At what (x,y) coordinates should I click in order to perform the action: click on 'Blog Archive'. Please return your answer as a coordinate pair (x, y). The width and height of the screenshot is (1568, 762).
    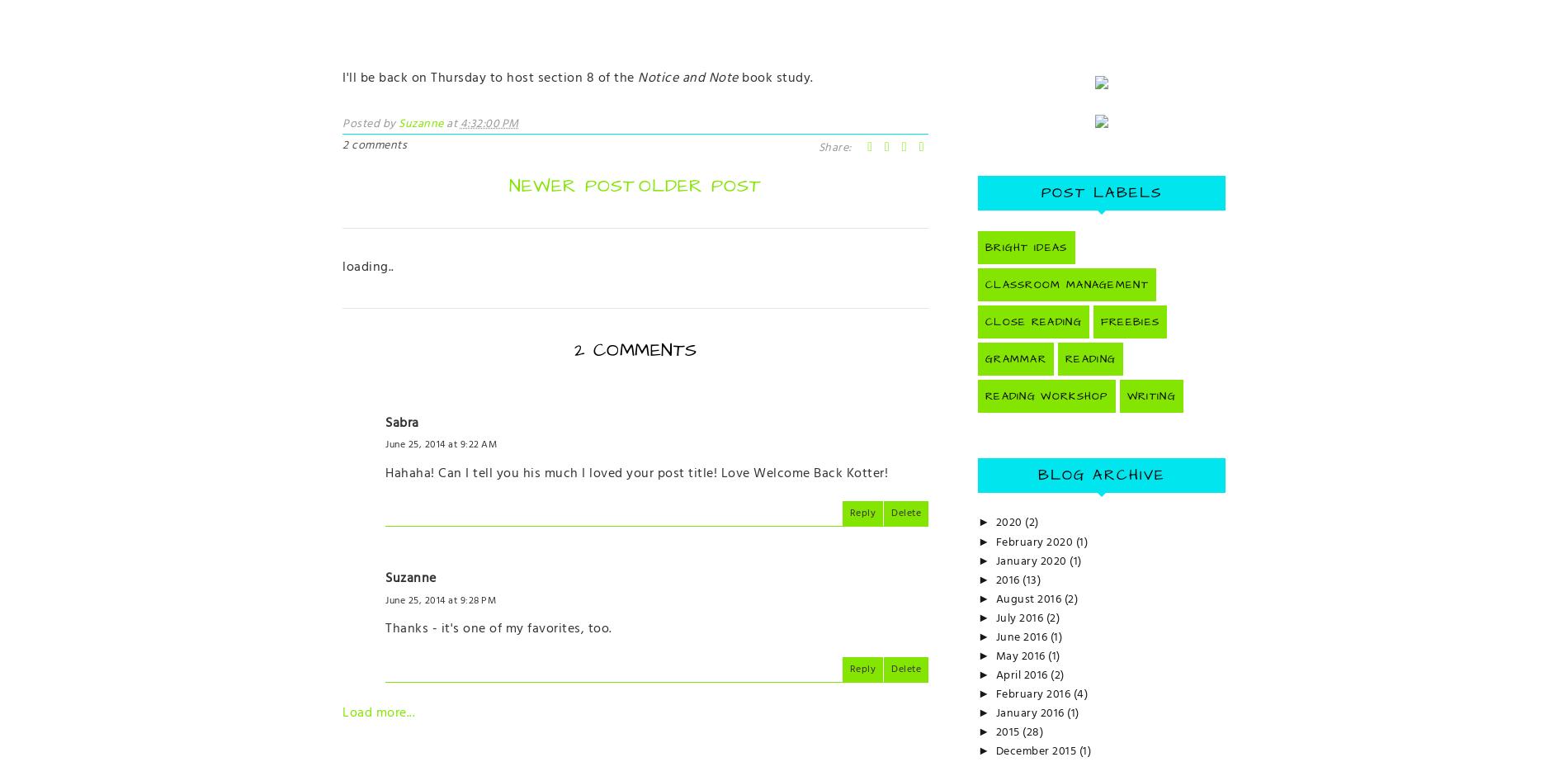
    Looking at the image, I should click on (1100, 474).